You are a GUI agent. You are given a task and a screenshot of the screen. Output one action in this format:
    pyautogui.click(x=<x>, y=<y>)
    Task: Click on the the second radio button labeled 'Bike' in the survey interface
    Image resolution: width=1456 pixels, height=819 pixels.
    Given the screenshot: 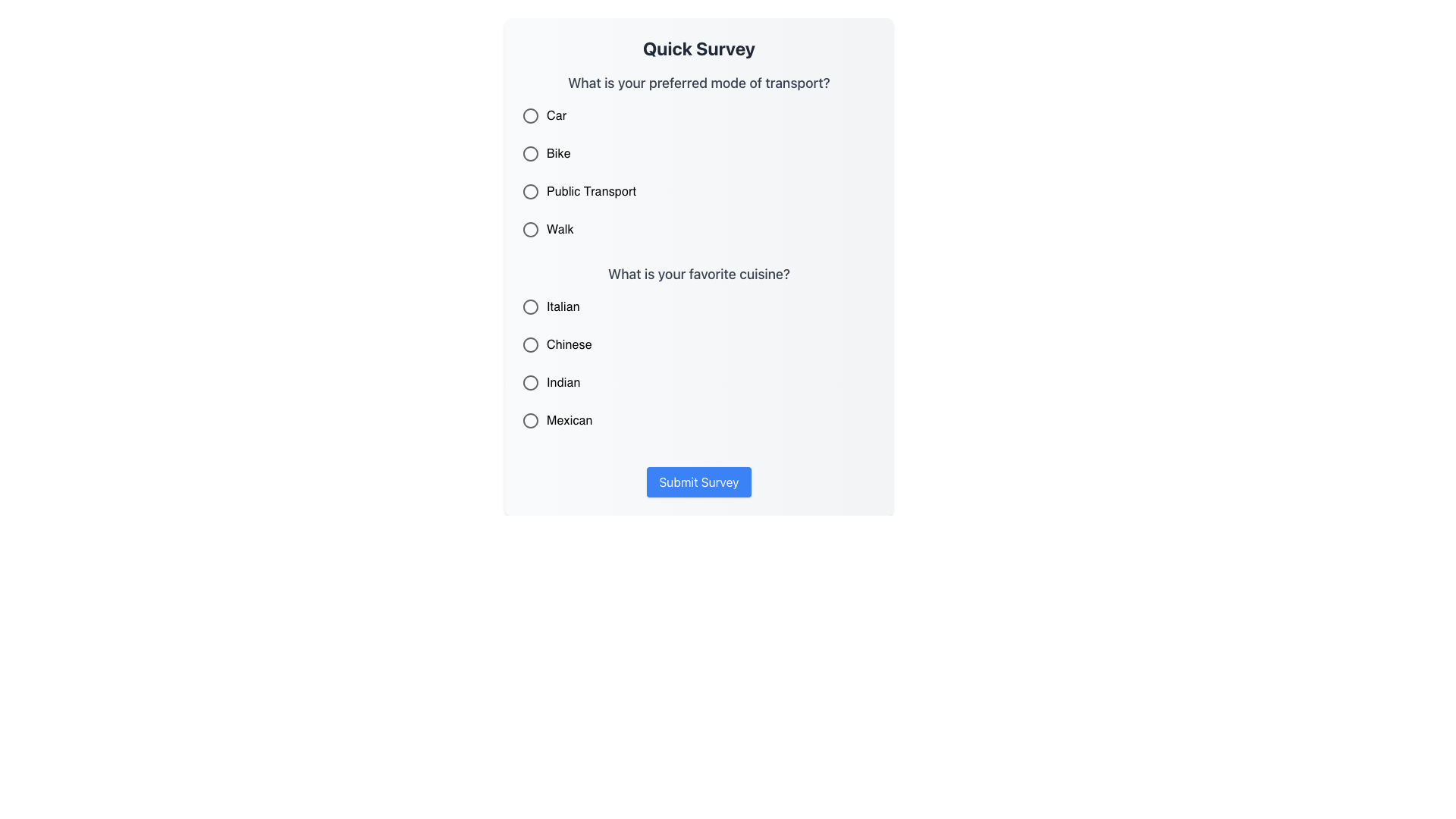 What is the action you would take?
    pyautogui.click(x=531, y=154)
    